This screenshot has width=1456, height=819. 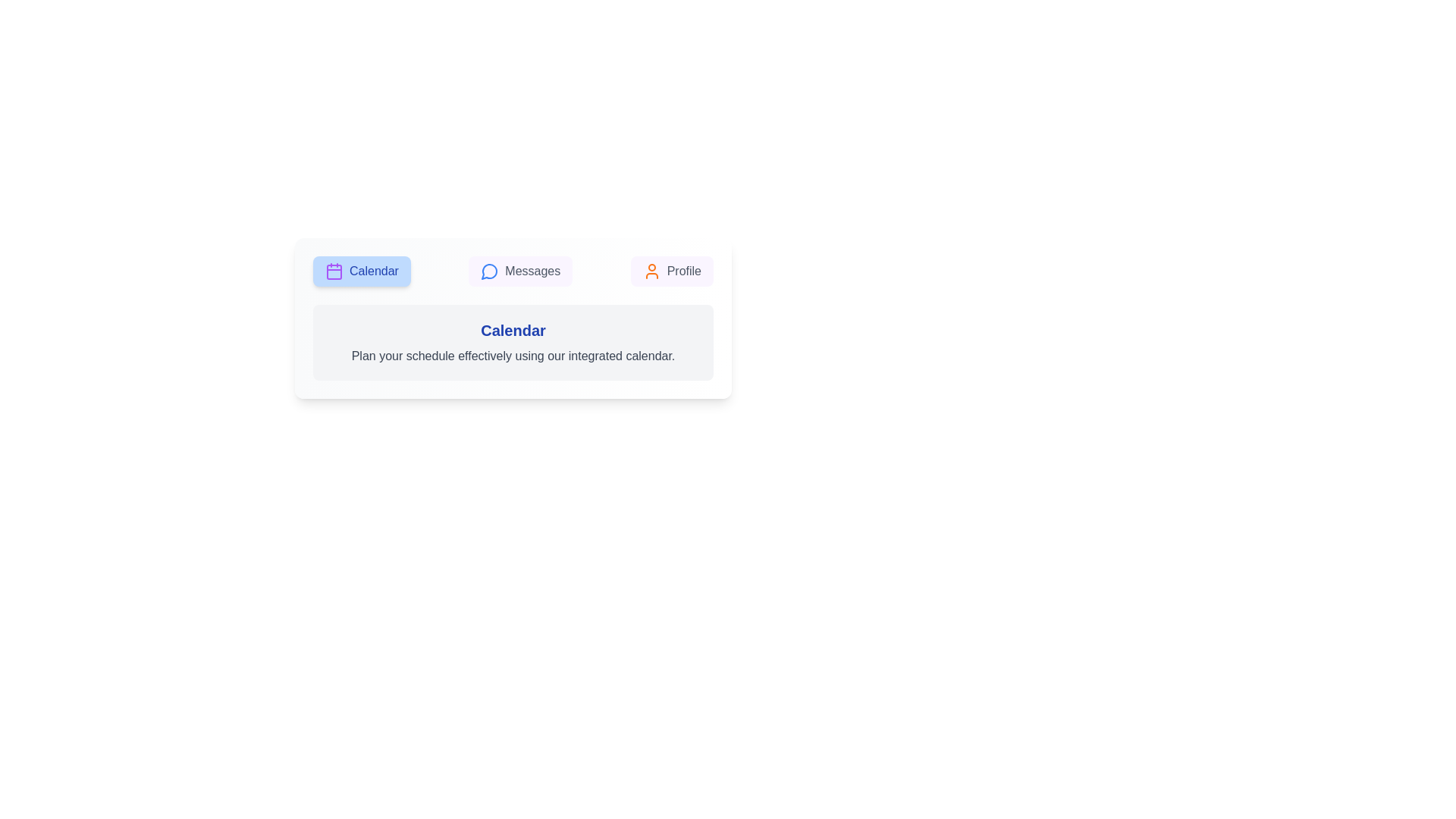 What do you see at coordinates (520, 271) in the screenshot?
I see `the Messages tab by clicking its button` at bounding box center [520, 271].